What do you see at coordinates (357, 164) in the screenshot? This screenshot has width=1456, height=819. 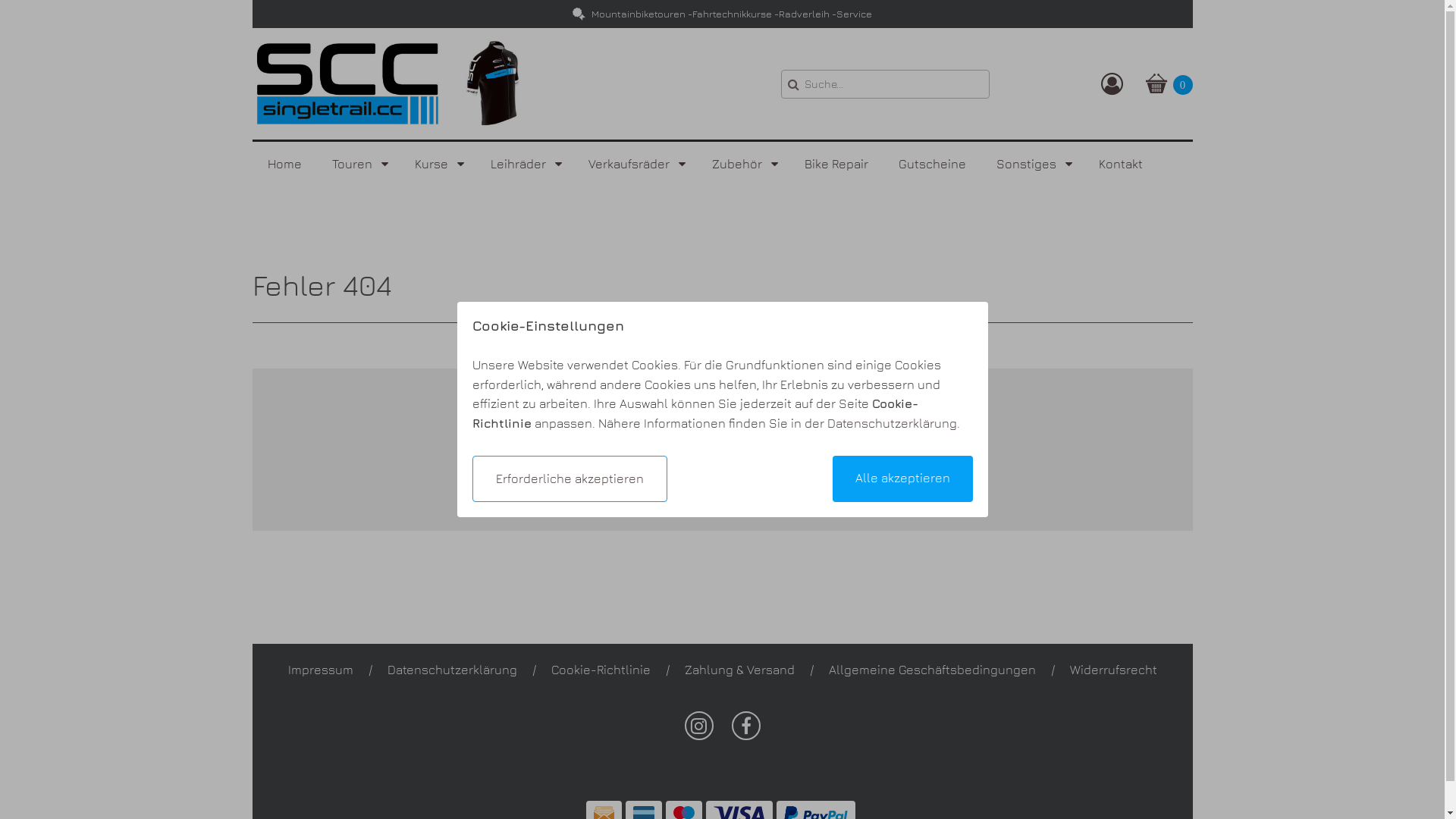 I see `'Touren'` at bounding box center [357, 164].